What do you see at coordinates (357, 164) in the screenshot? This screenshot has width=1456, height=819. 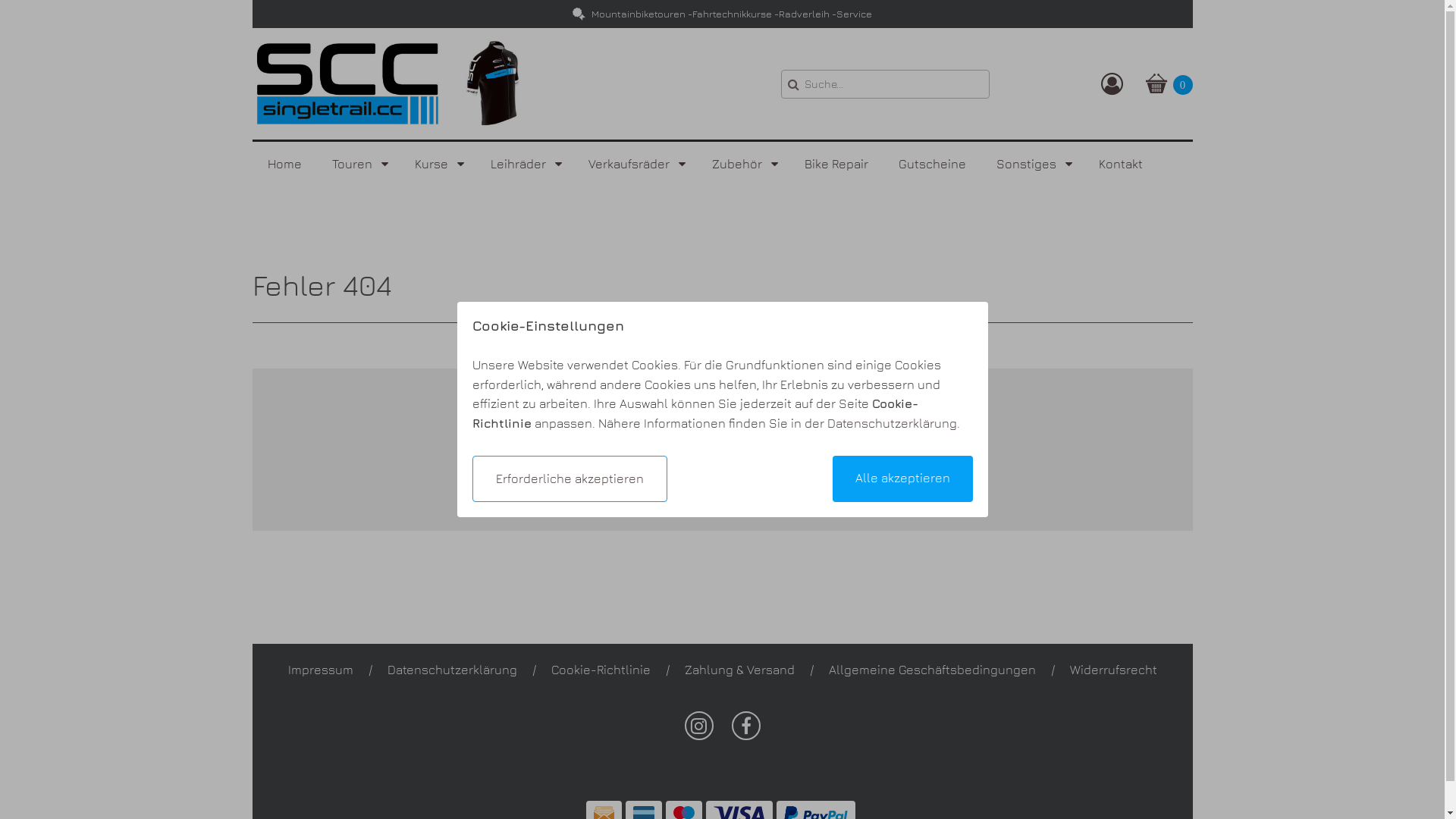 I see `'Touren'` at bounding box center [357, 164].